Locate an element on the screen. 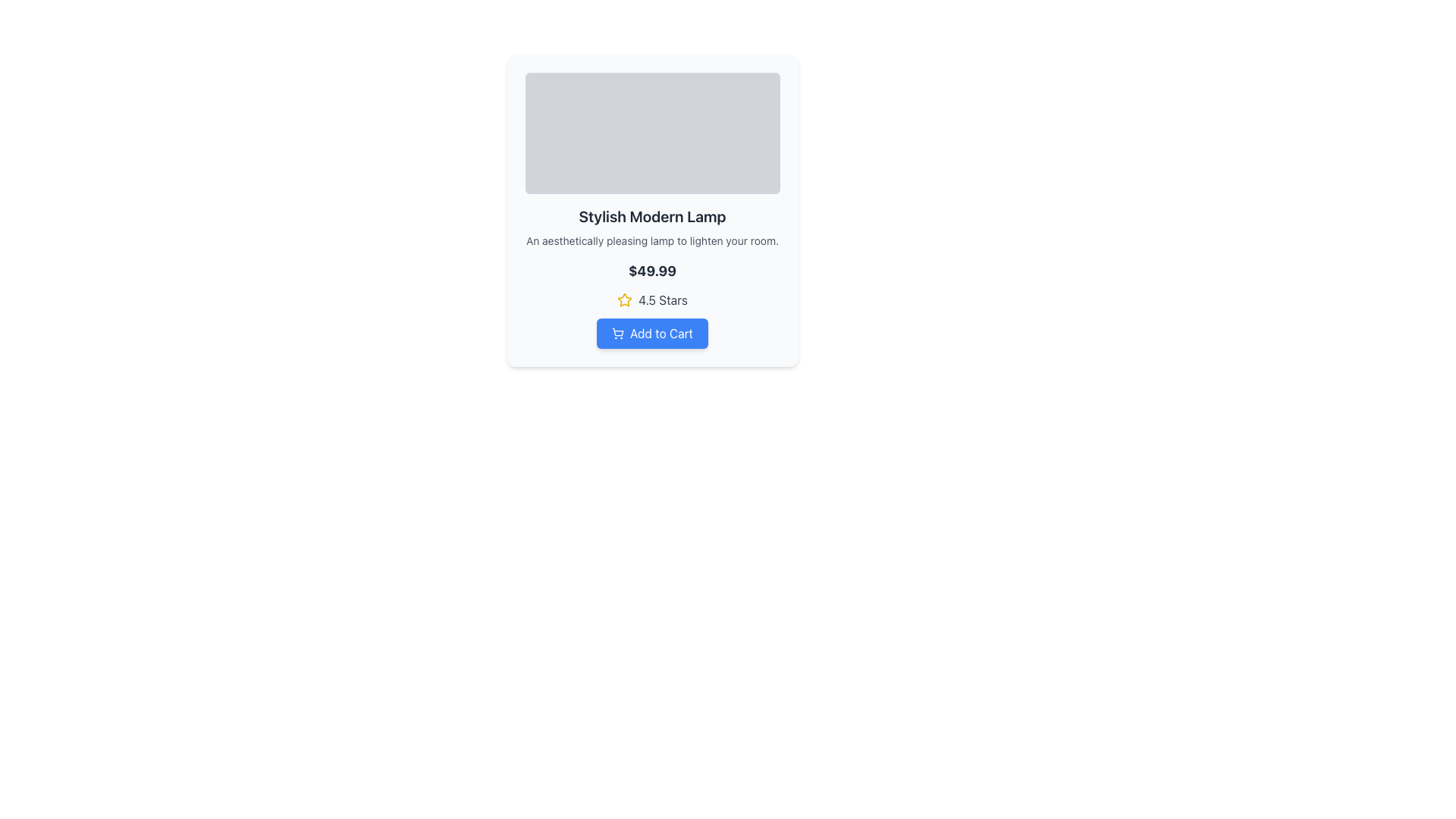  text displayed as '4.5 Stars' in gray color, which is part of a rating display located near the bottom section of the product card layout, adjacent to a yellow star icon is located at coordinates (663, 300).